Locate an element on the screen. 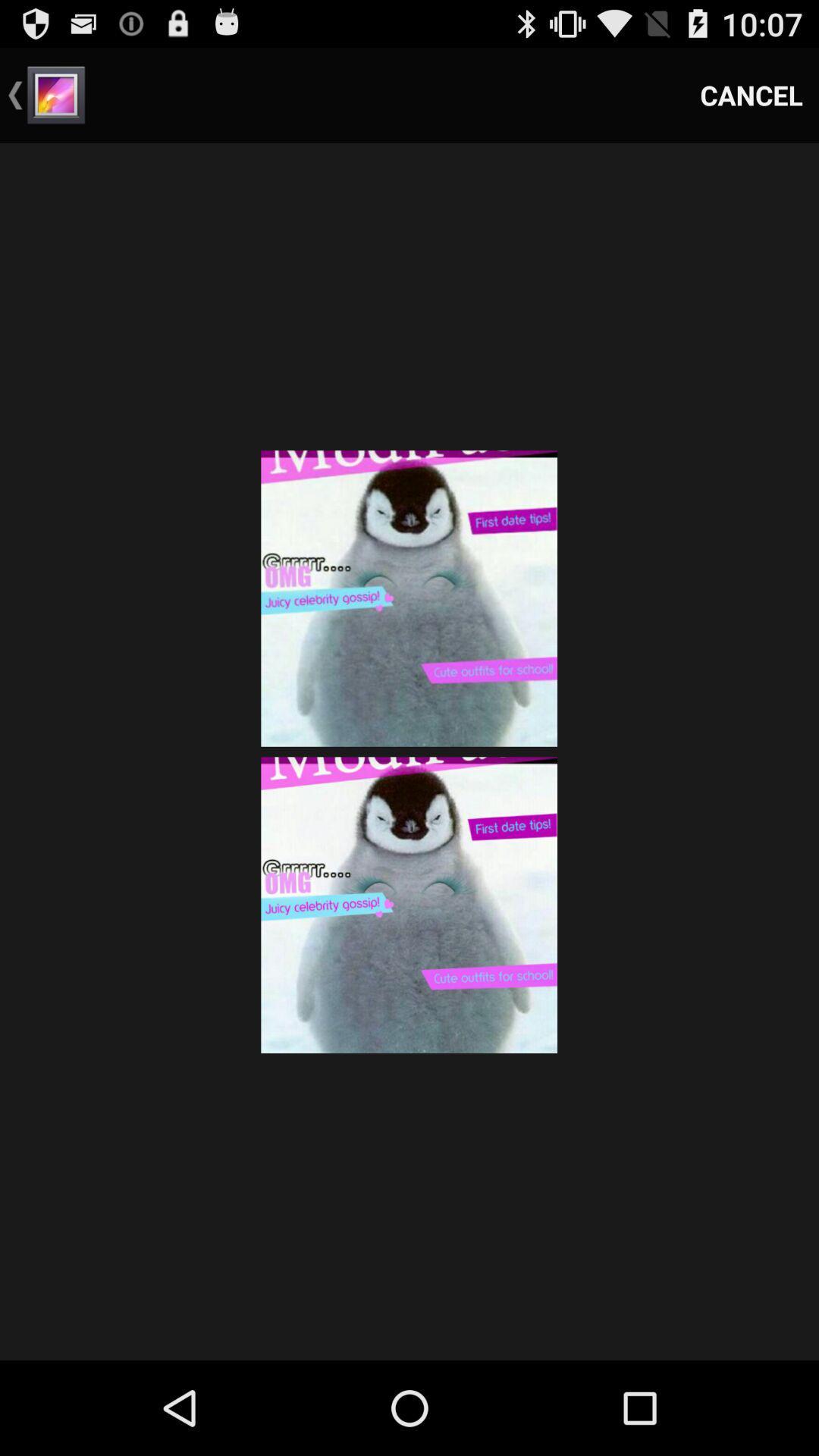 The width and height of the screenshot is (819, 1456). cancel at the top right corner is located at coordinates (752, 94).